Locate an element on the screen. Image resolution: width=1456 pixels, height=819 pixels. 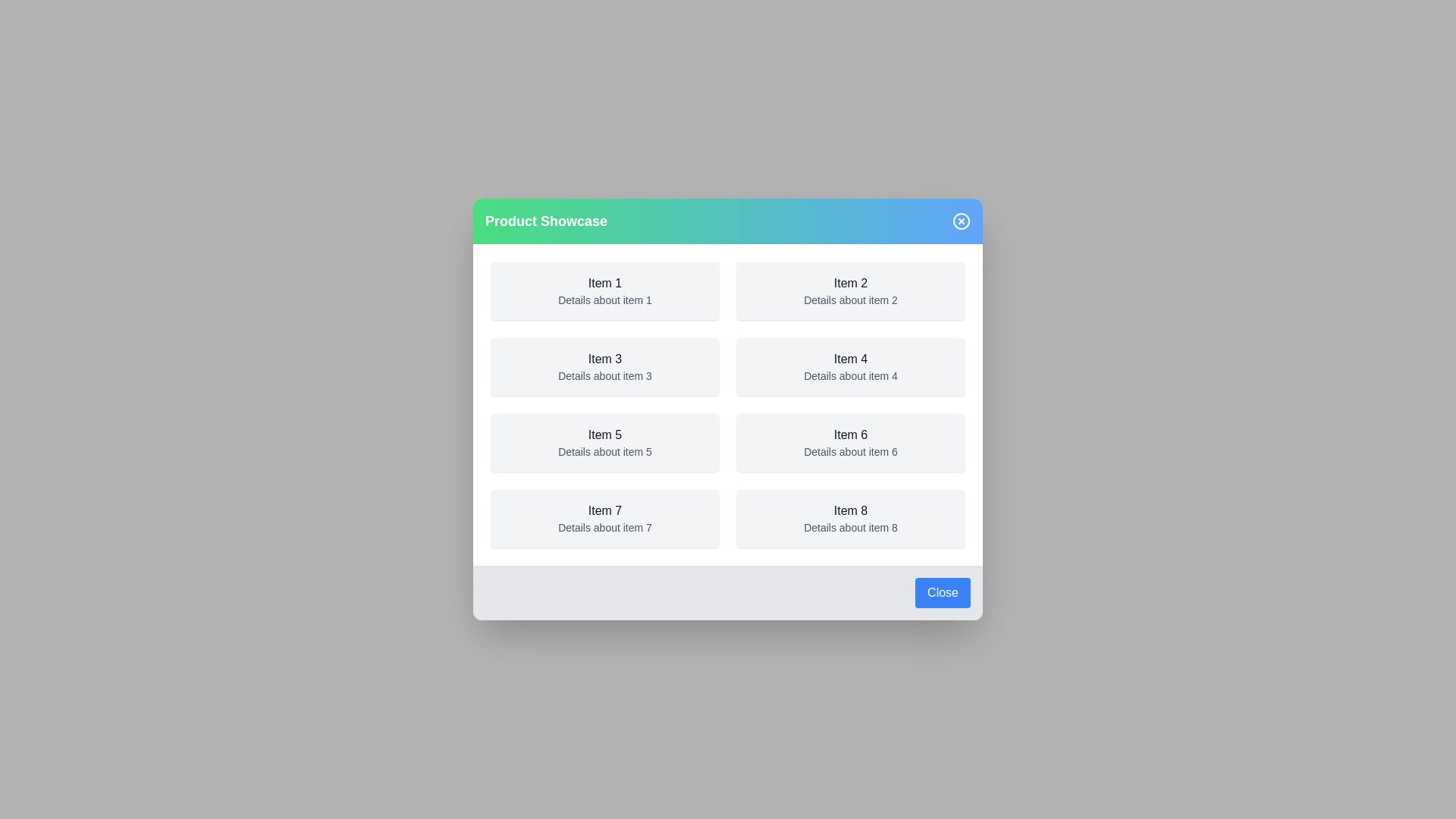
the 'Close' button at the bottom of the dialog is located at coordinates (942, 592).